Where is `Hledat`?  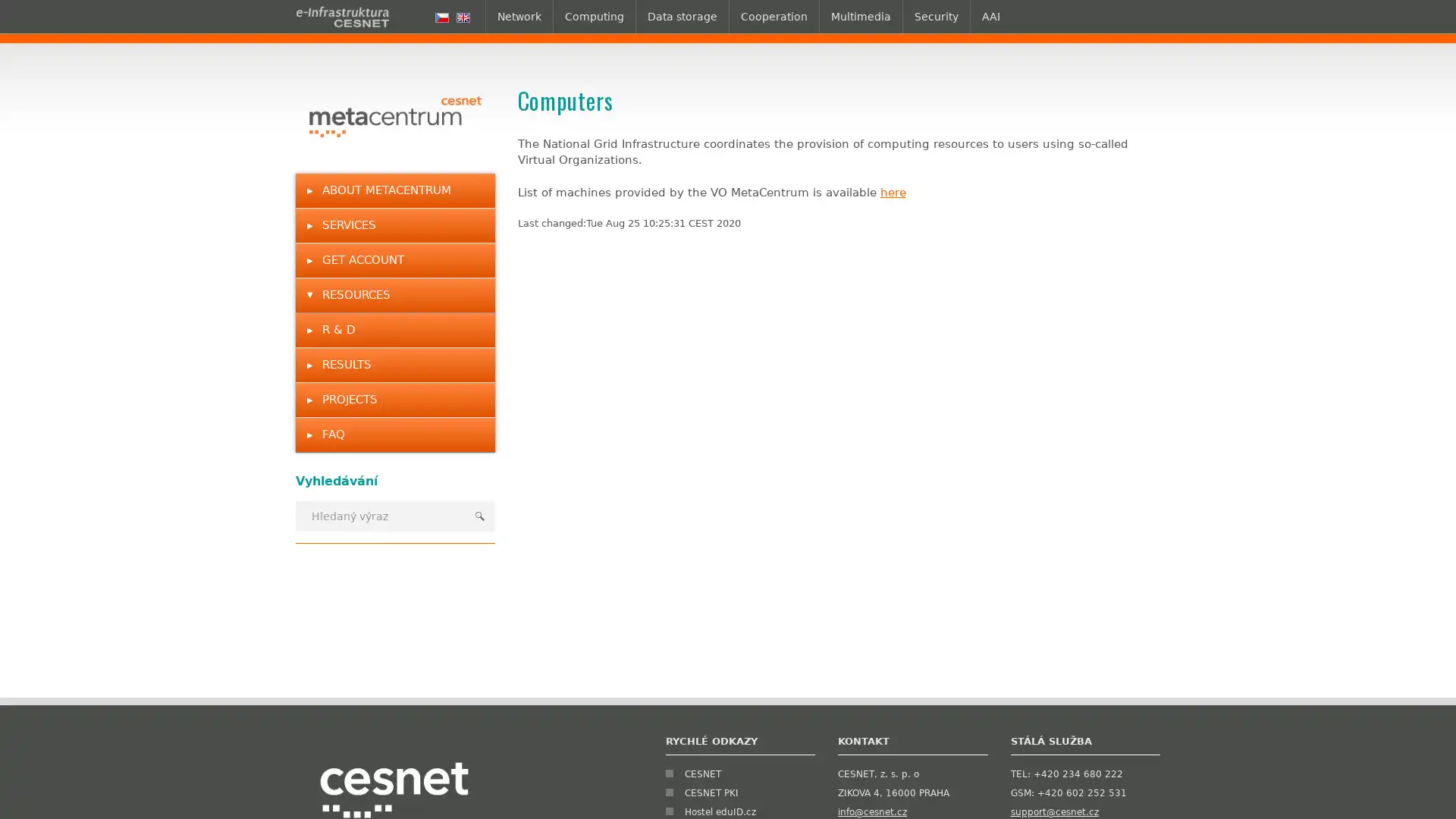
Hledat is located at coordinates (479, 514).